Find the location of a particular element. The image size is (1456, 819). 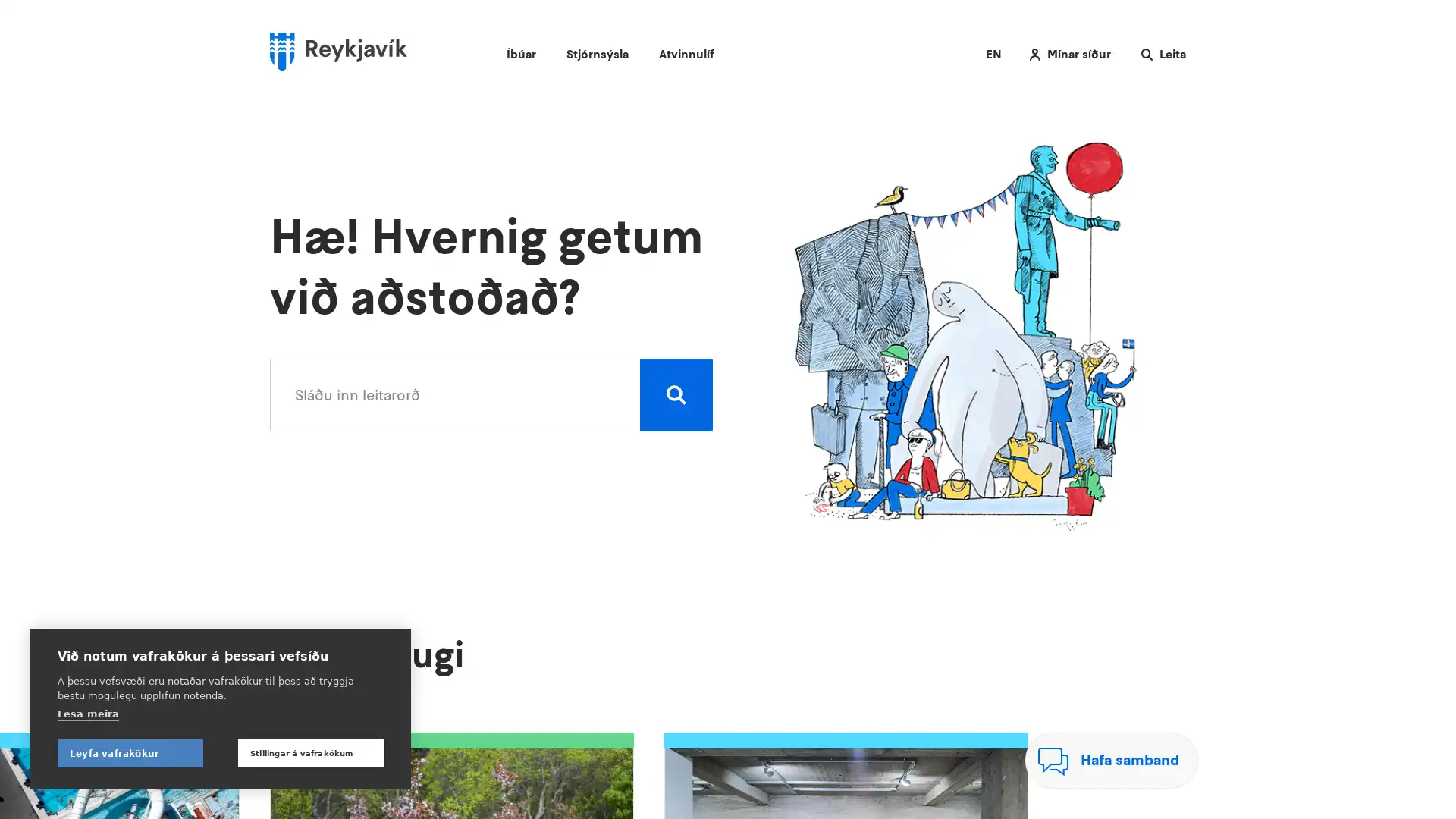

Hafa samband is located at coordinates (1111, 760).